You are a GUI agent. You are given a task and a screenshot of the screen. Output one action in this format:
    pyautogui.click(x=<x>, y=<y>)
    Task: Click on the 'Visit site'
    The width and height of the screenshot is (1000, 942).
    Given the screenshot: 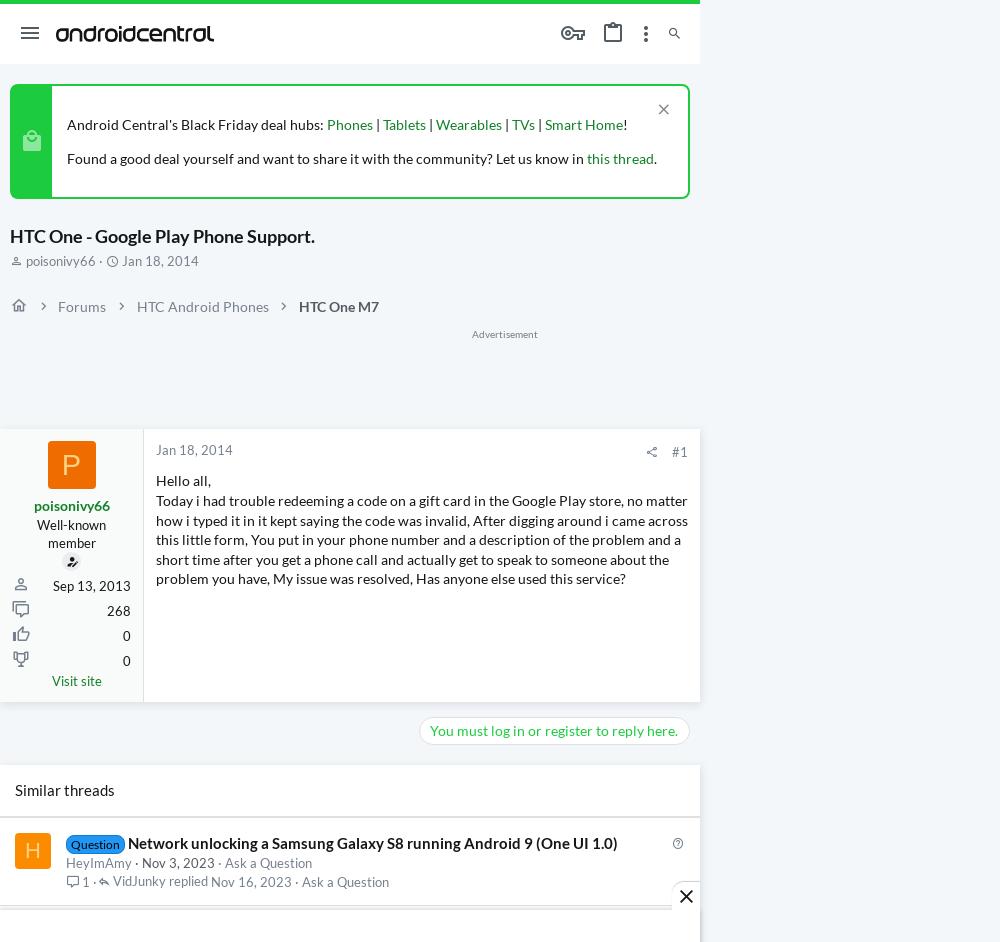 What is the action you would take?
    pyautogui.click(x=76, y=680)
    